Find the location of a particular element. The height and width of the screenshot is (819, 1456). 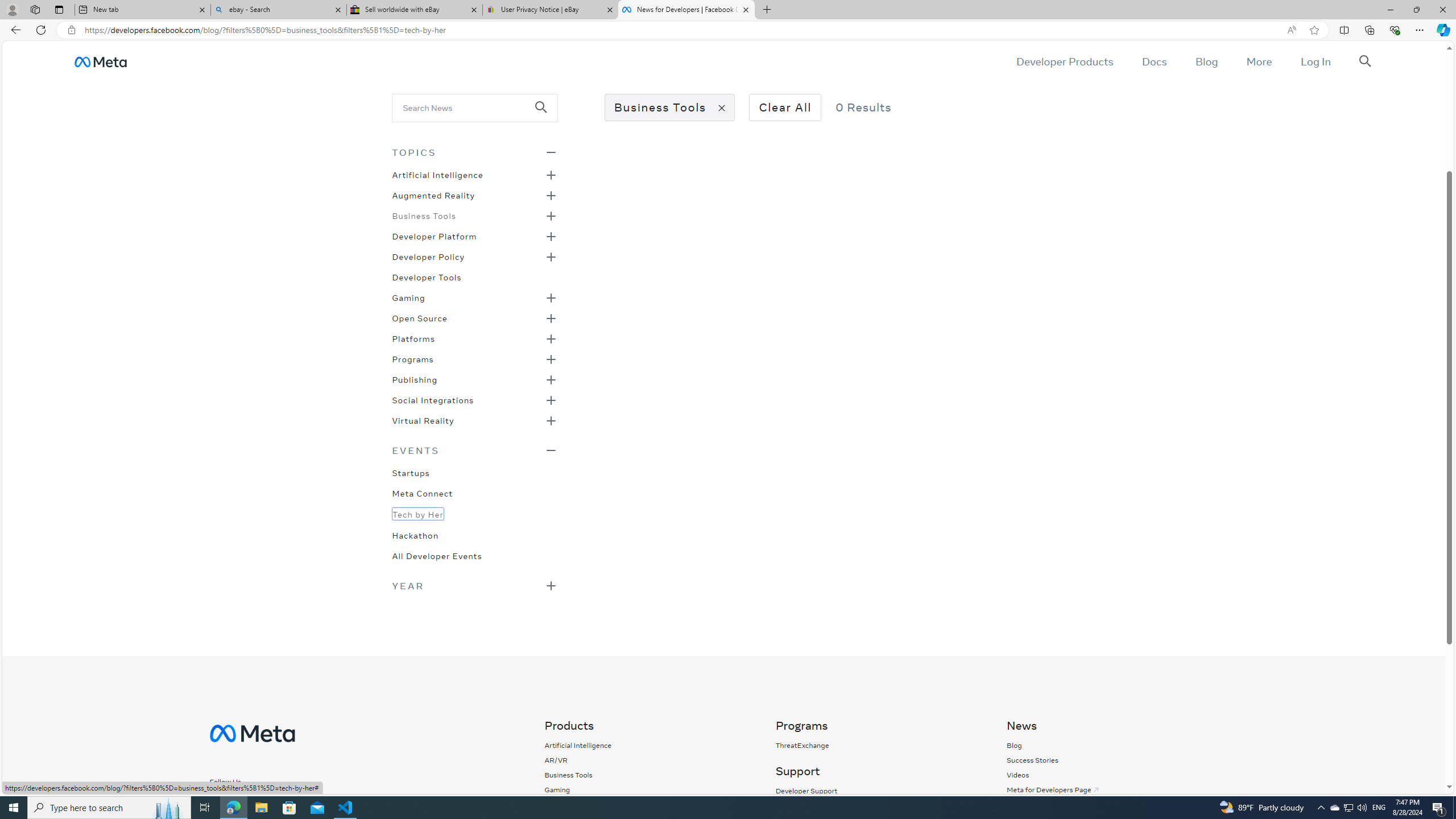

'All Developer Events' is located at coordinates (436, 554).